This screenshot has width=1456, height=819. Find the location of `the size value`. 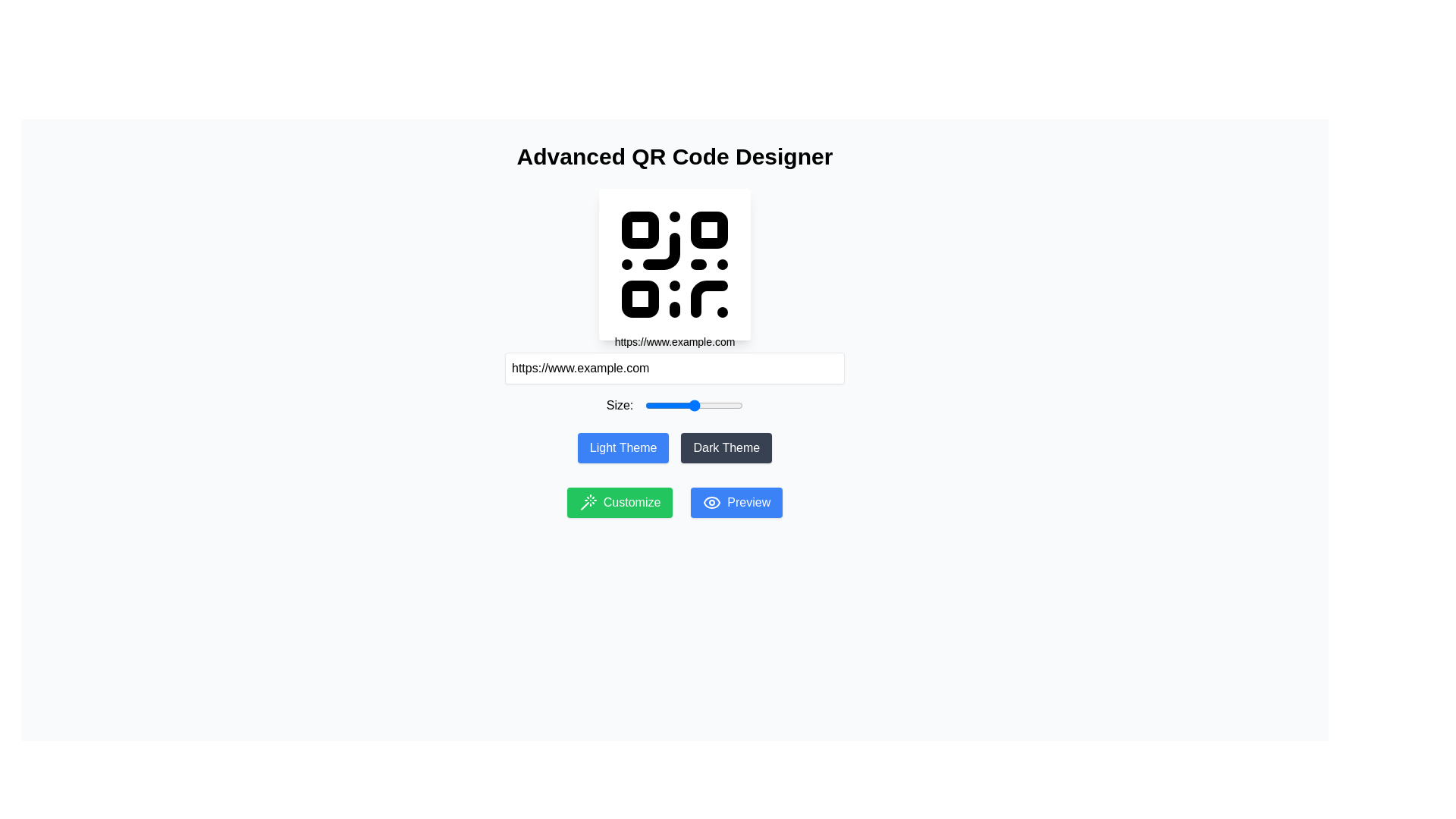

the size value is located at coordinates (720, 405).